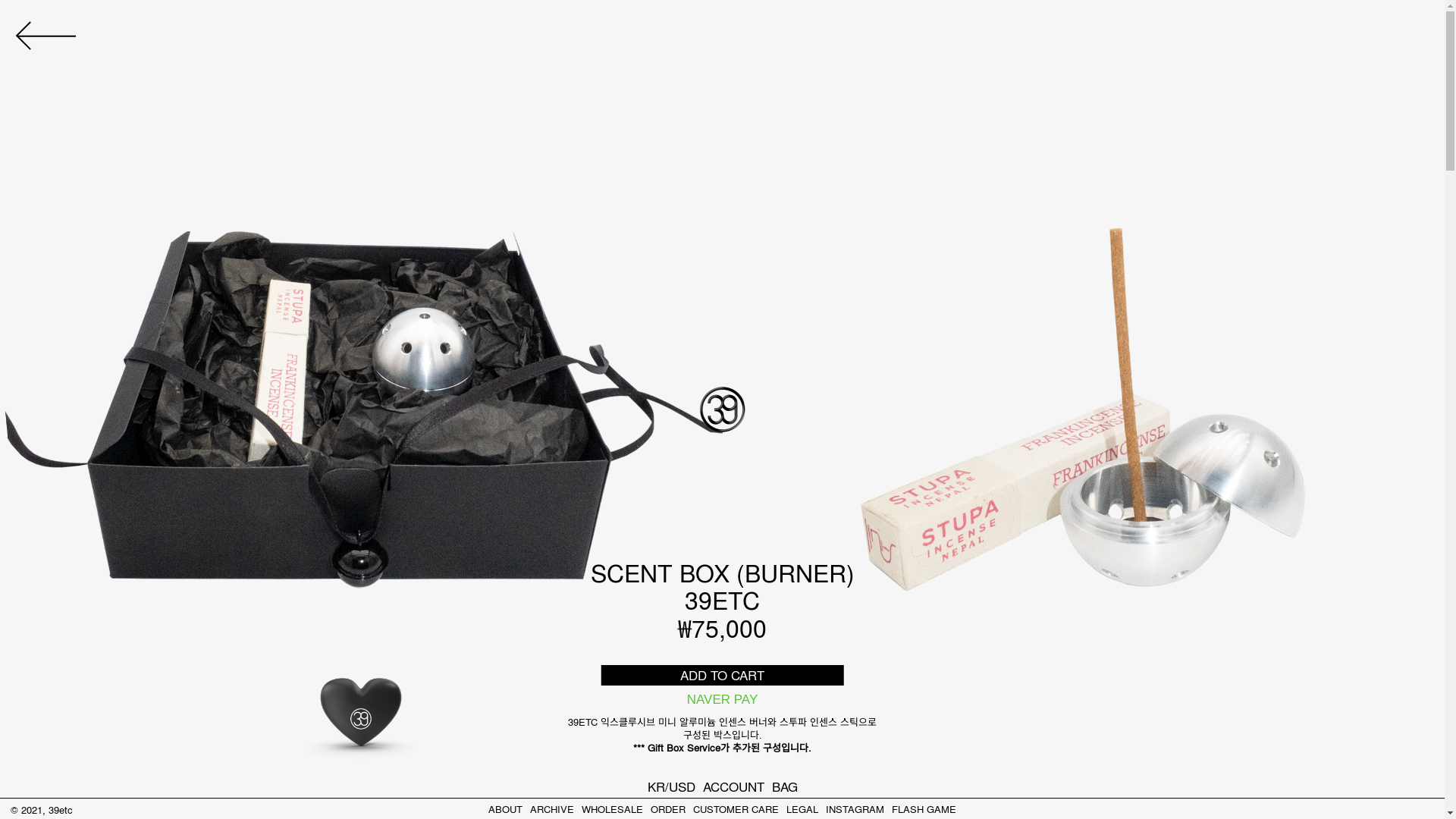 This screenshot has width=1456, height=819. Describe the element at coordinates (736, 808) in the screenshot. I see `'CUSTOMER CARE'` at that location.